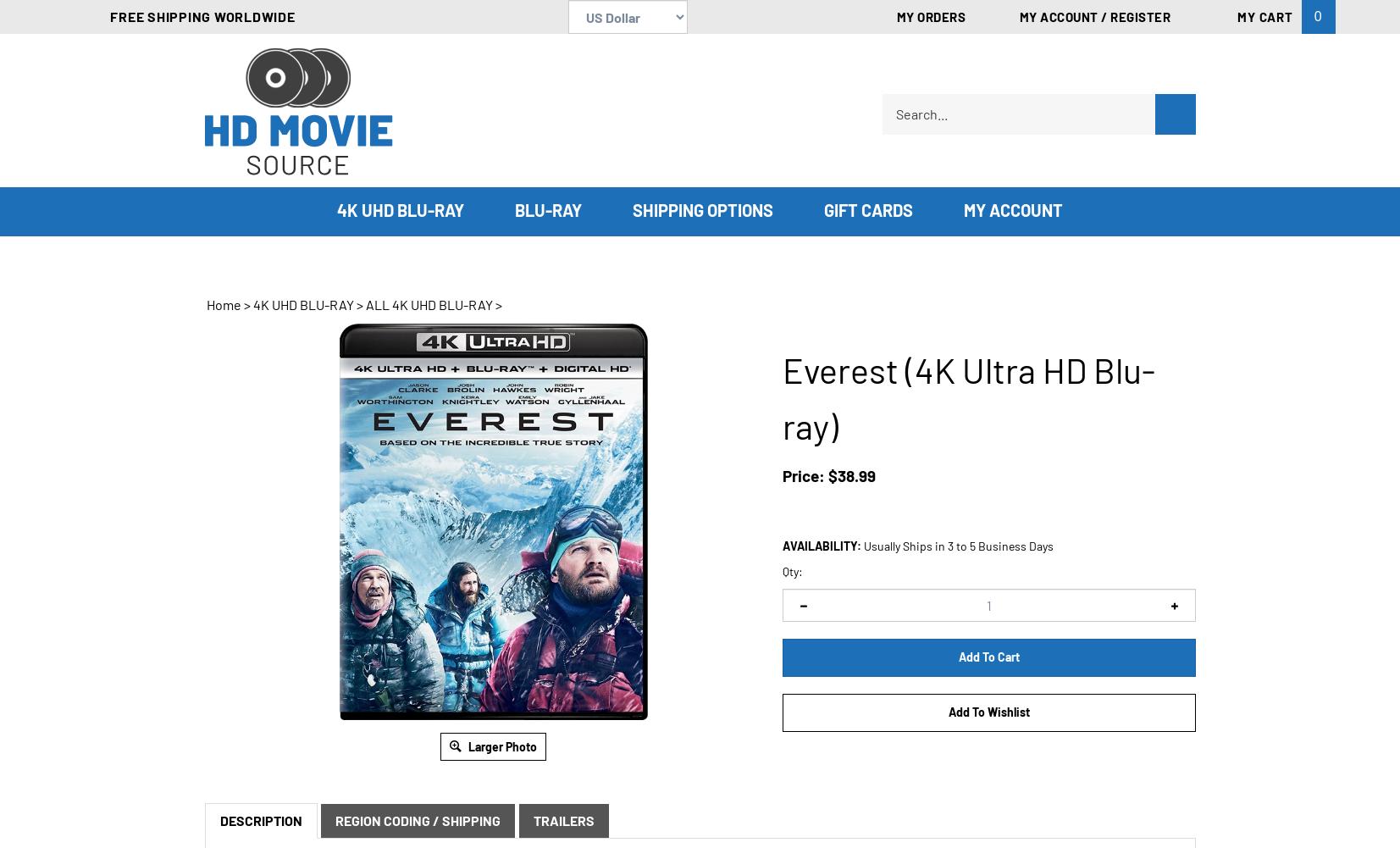 The image size is (1400, 848). Describe the element at coordinates (803, 474) in the screenshot. I see `'Price:'` at that location.